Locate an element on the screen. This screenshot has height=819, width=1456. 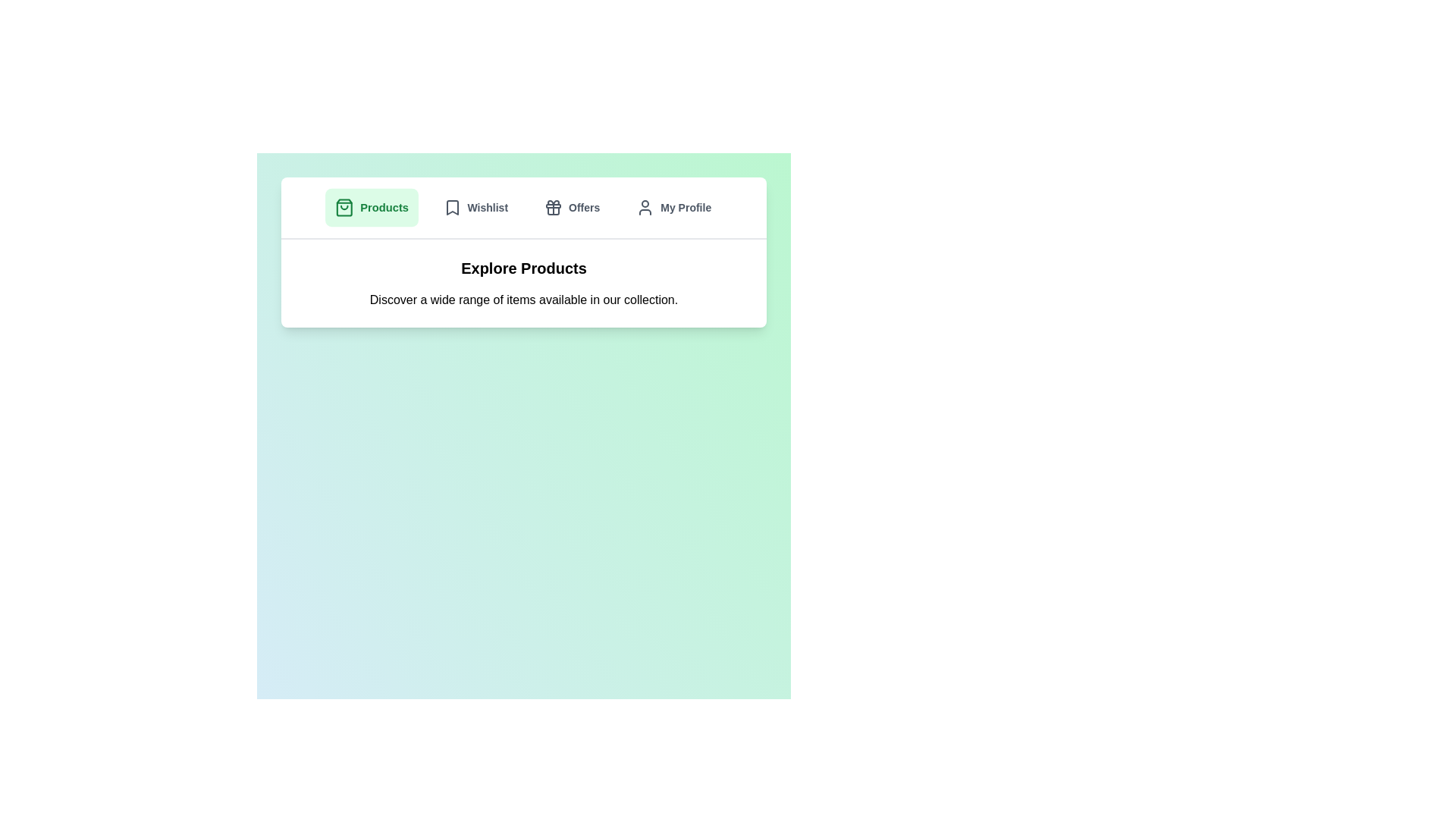
the green shopping bag icon located inside the 'Products' button in the top navigation bar is located at coordinates (344, 207).